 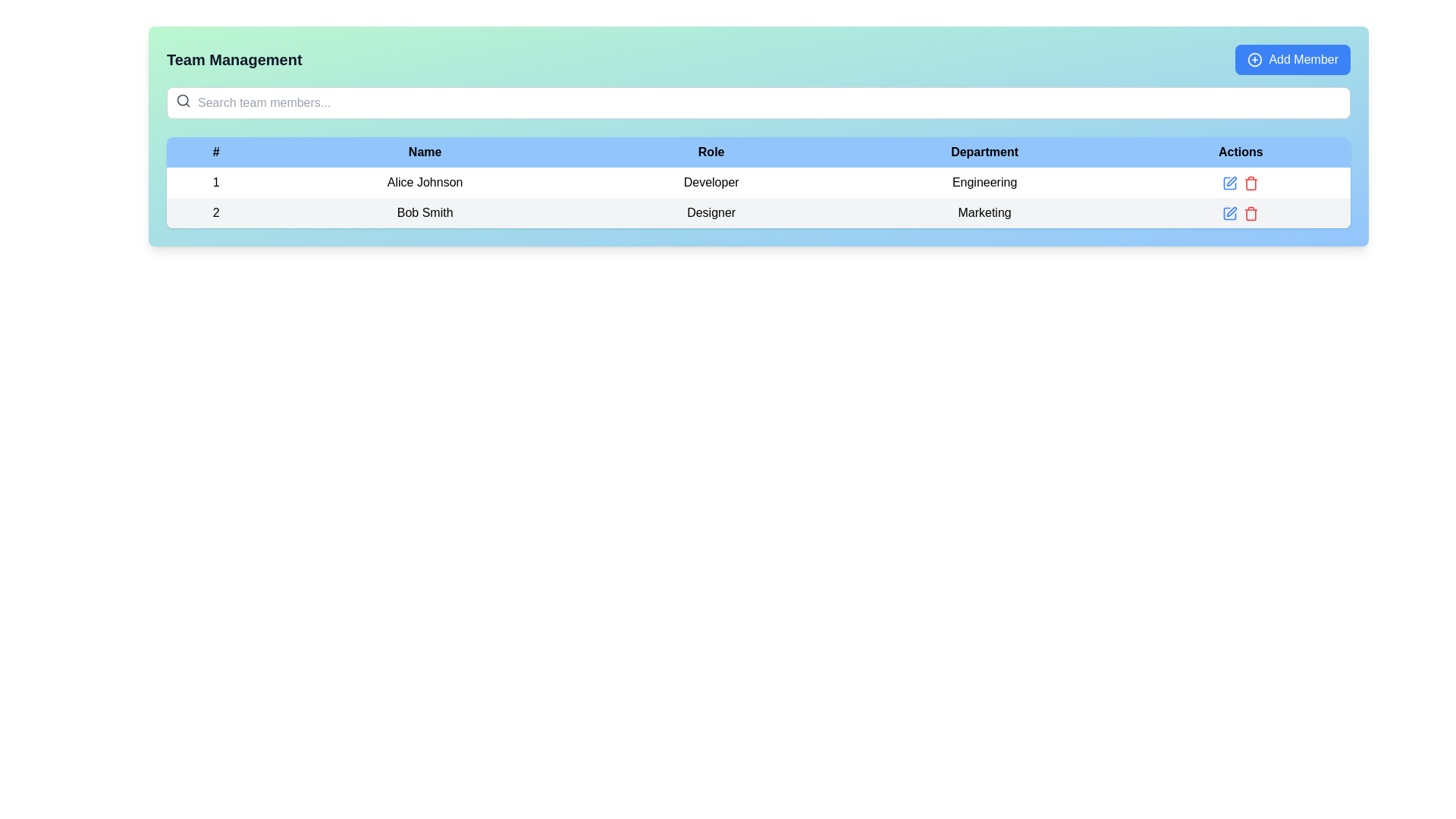 I want to click on the blue SVG circle element inside the 'Add Member' button located in the top-right corner of the interface, so click(x=1255, y=58).